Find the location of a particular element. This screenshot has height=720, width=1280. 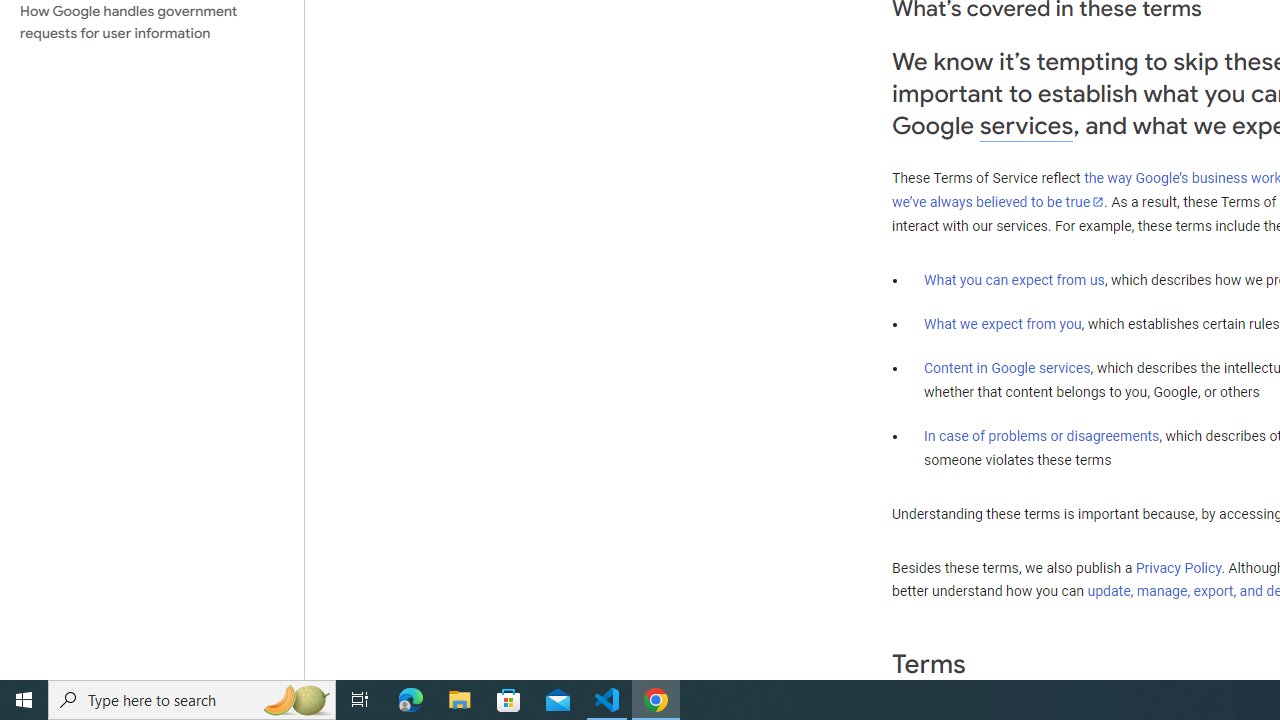

'In case of problems or disagreements' is located at coordinates (1040, 434).